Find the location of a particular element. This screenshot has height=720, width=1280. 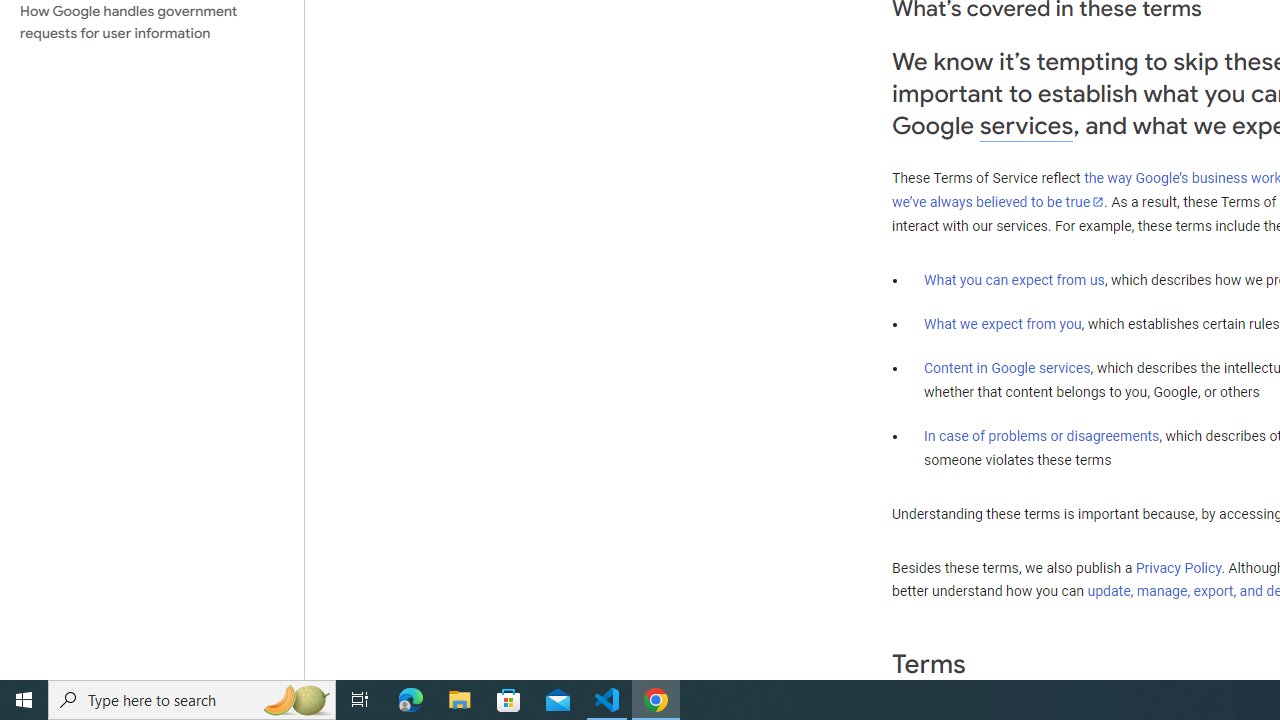

'In case of problems or disagreements' is located at coordinates (1040, 434).